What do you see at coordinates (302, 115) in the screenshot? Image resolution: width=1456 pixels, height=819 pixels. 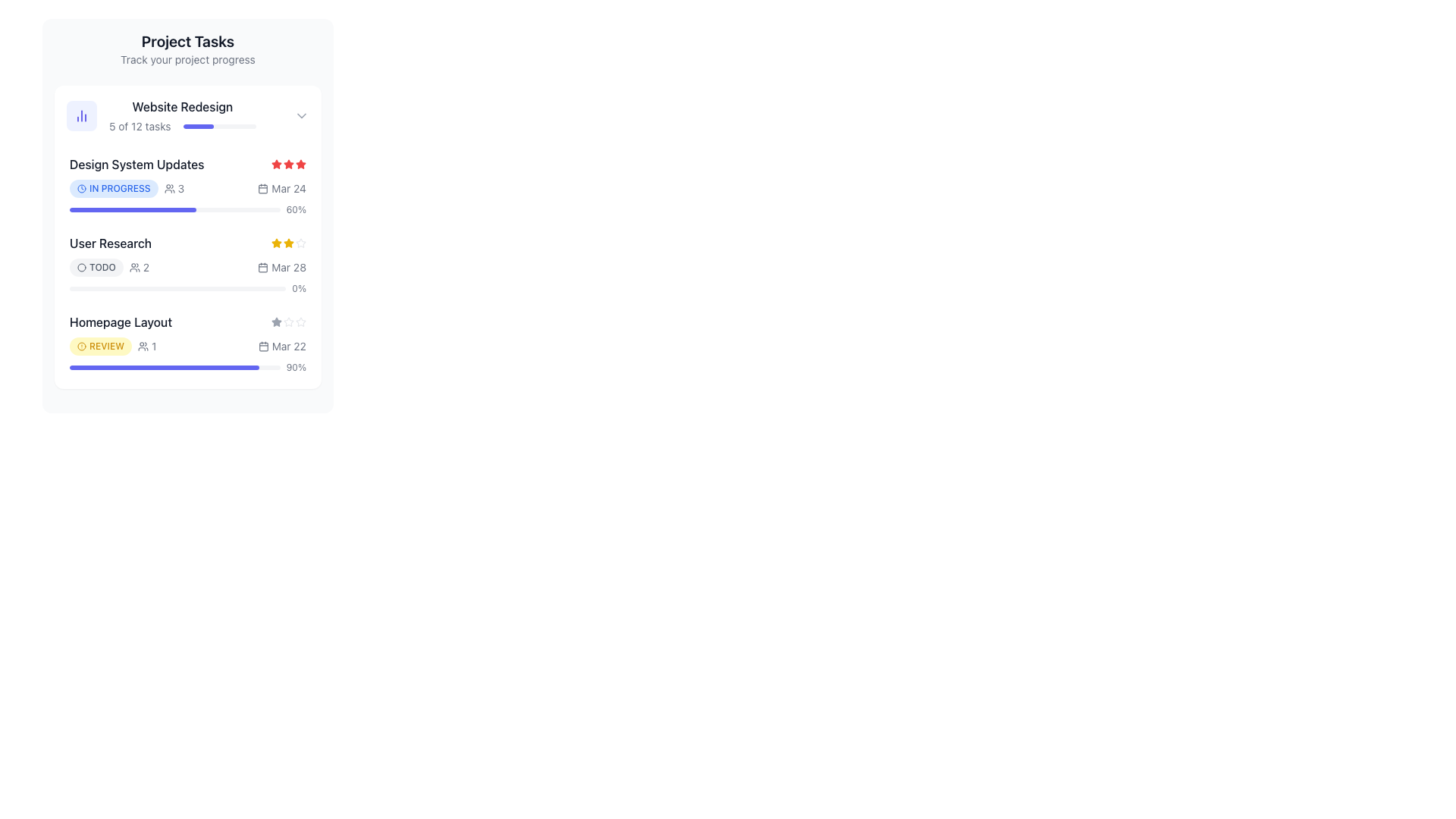 I see `the toggle icon located at the far-right of the 'Website Redesign' task header` at bounding box center [302, 115].